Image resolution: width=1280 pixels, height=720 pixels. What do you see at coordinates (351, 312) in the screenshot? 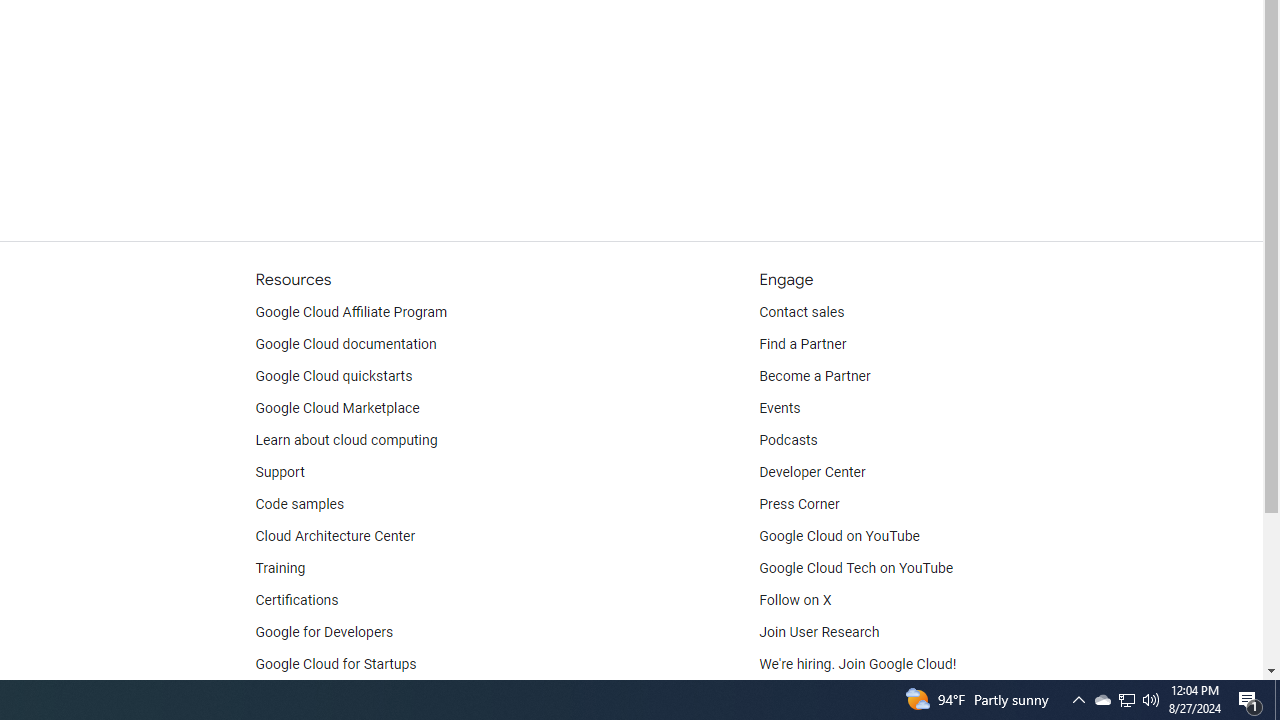
I see `'Google Cloud Affiliate Program'` at bounding box center [351, 312].